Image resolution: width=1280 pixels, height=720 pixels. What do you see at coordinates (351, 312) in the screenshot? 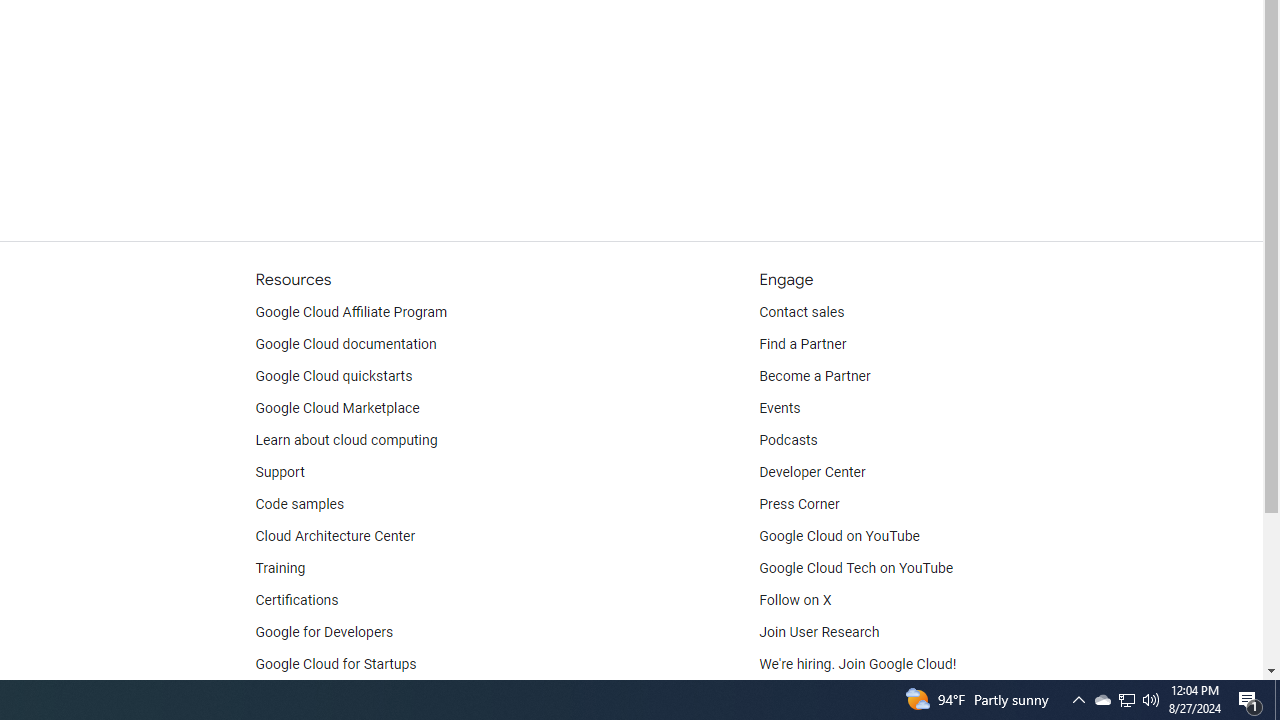
I see `'Google Cloud Affiliate Program'` at bounding box center [351, 312].